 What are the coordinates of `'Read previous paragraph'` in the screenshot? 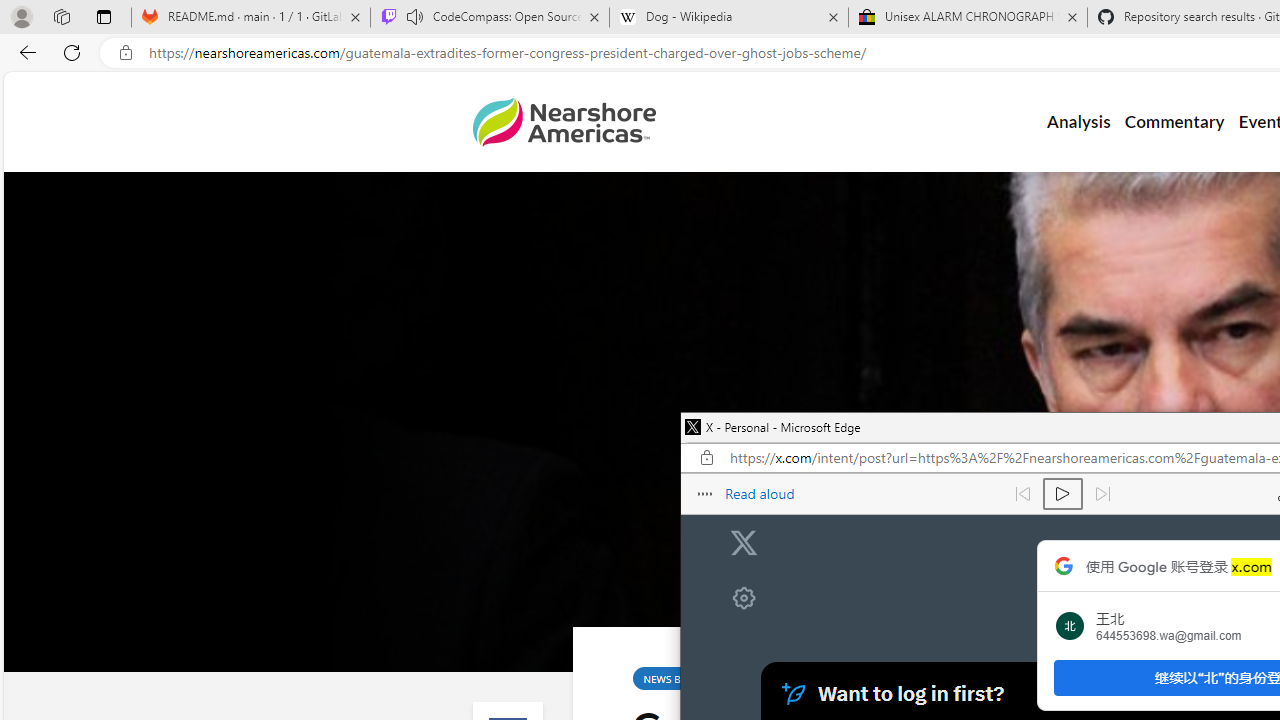 It's located at (1022, 493).